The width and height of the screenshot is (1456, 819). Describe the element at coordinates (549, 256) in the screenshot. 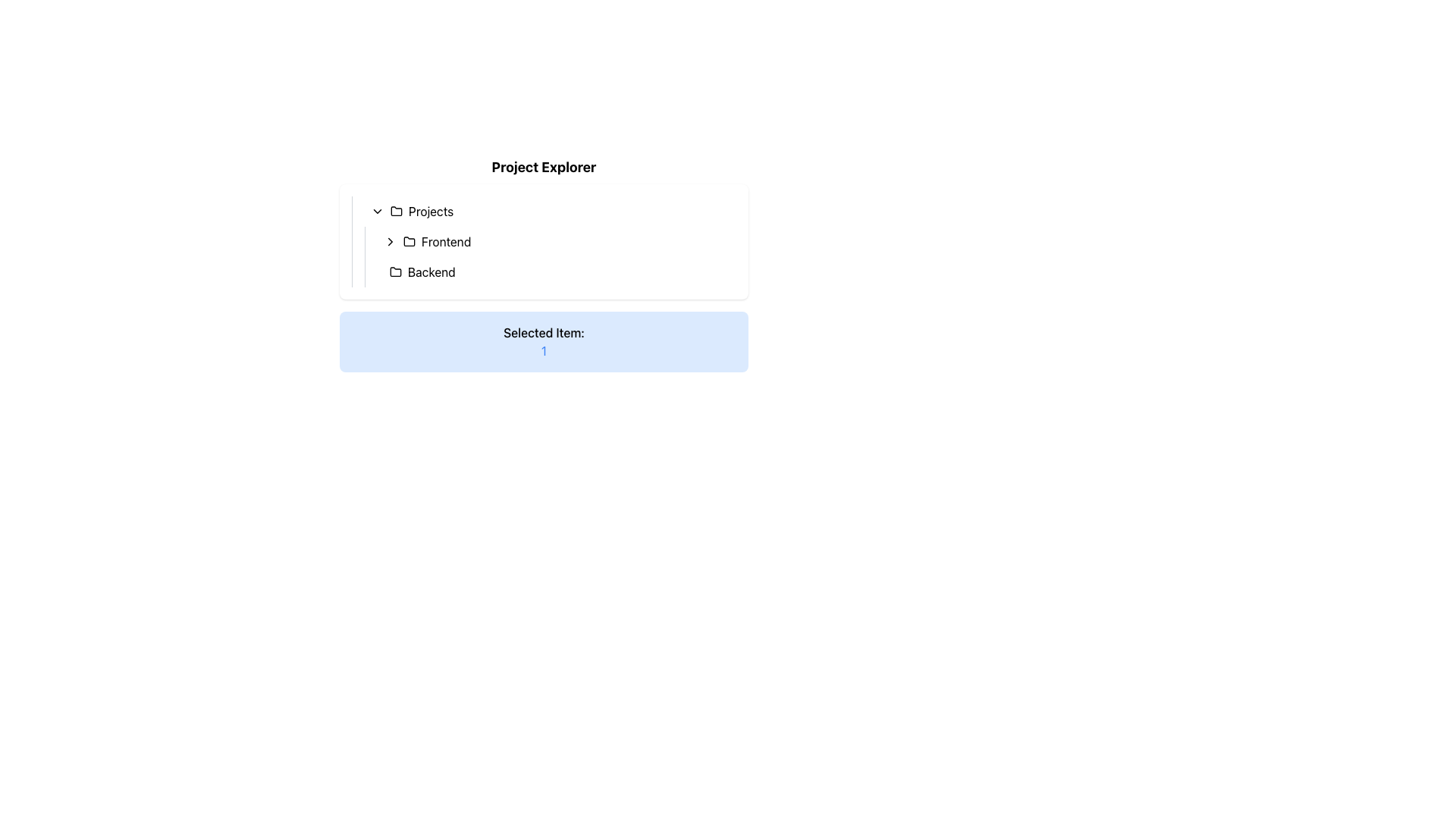

I see `the 'Frontend' option within the List Item Group located under the 'Projects' section` at that location.